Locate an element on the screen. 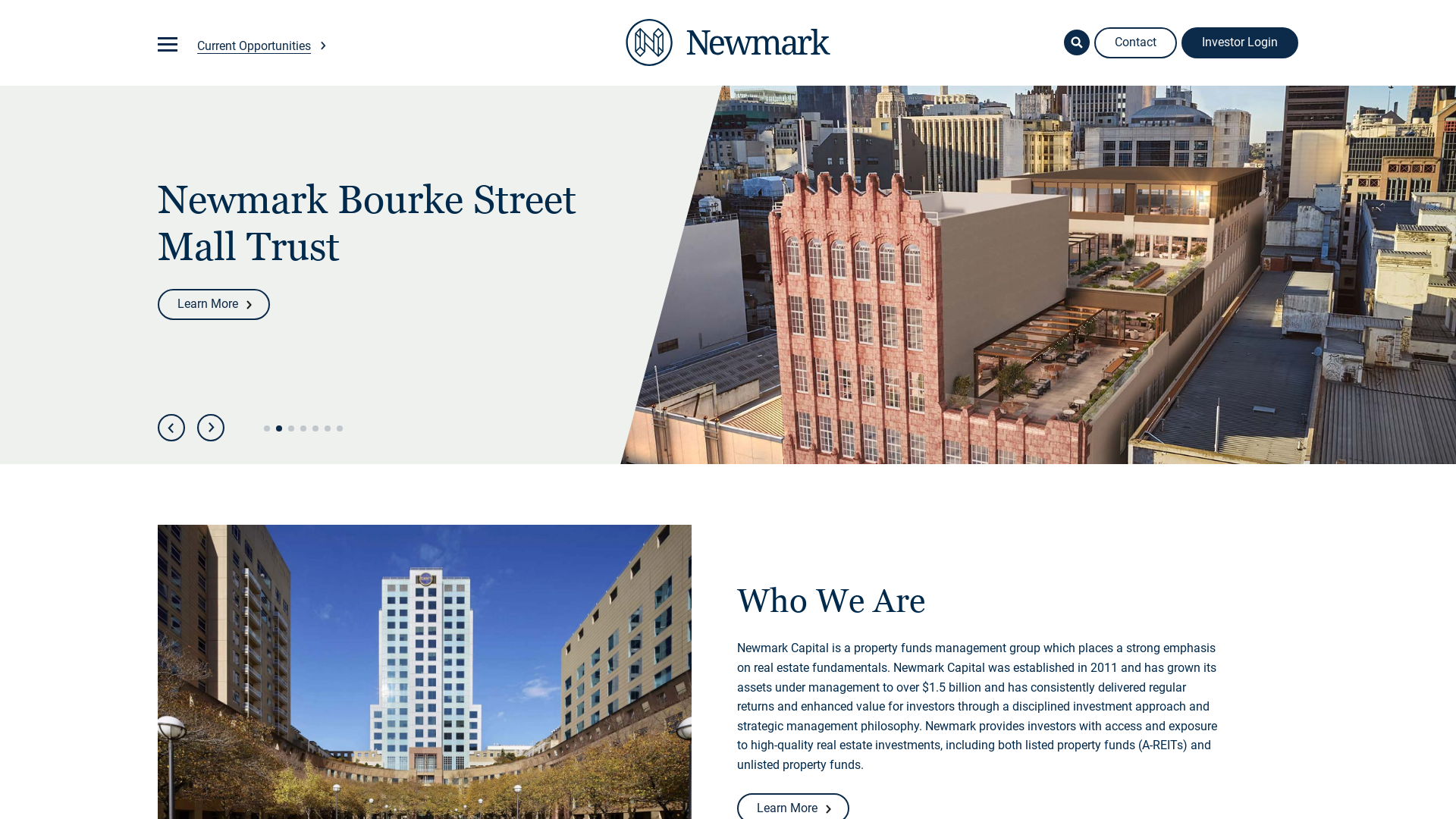 The image size is (1456, 819). 'Learn More' is located at coordinates (213, 304).